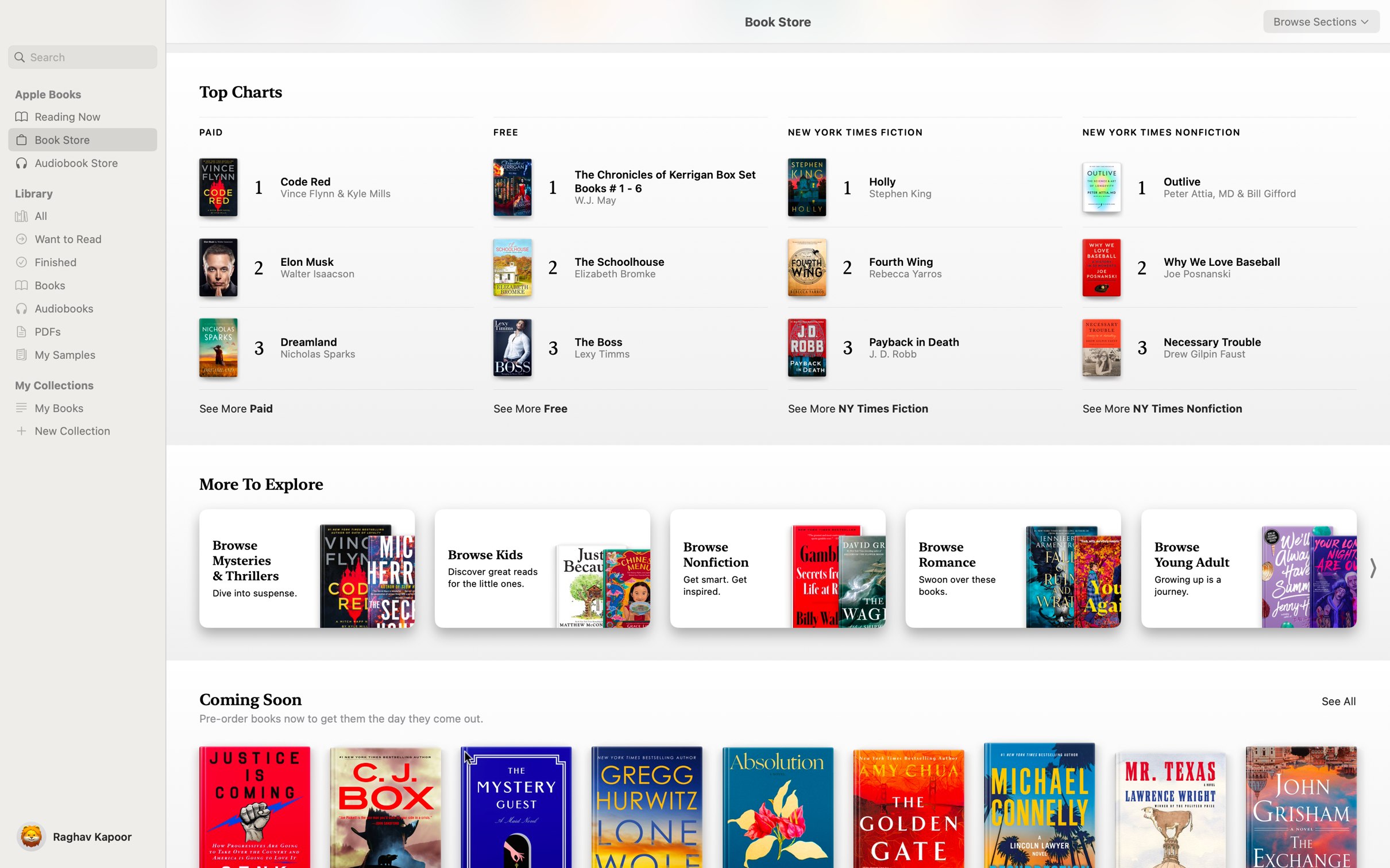 This screenshot has width=1390, height=868. What do you see at coordinates (82, 57) in the screenshot?
I see `Locate the book "The Power of Now" using the search function` at bounding box center [82, 57].